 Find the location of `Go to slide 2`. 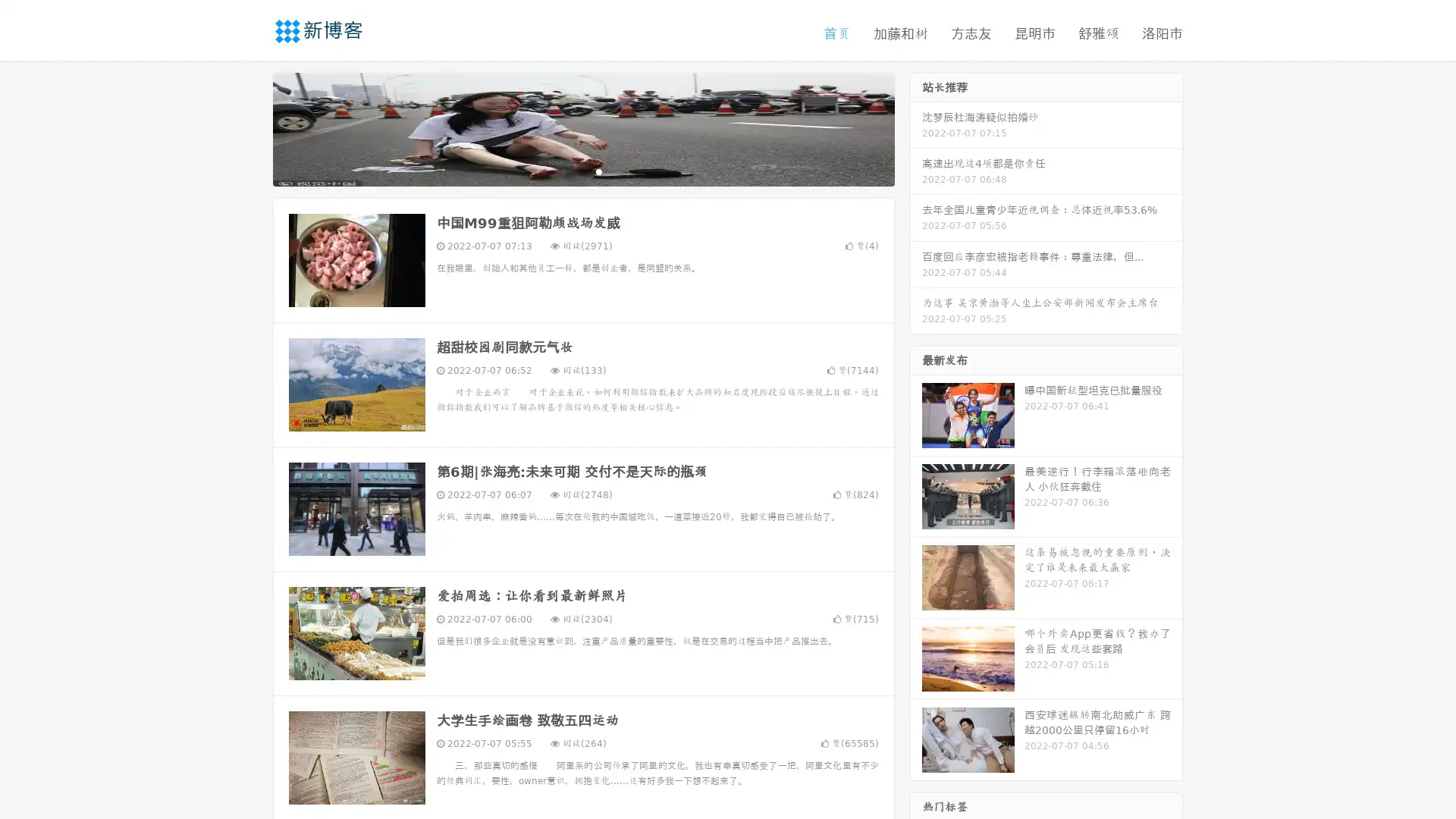

Go to slide 2 is located at coordinates (582, 171).